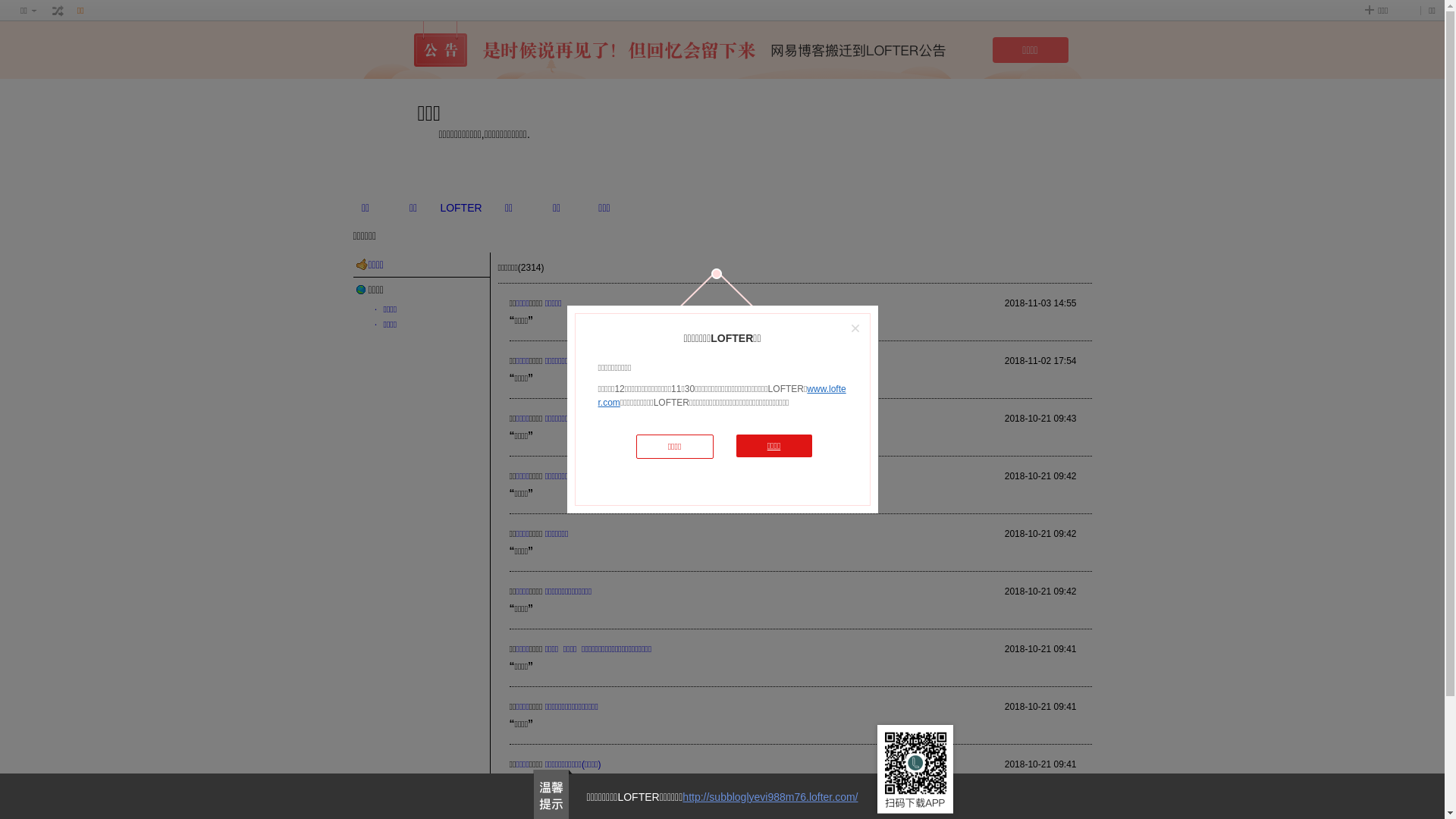 The height and width of the screenshot is (819, 1456). I want to click on 'LOFTER', so click(460, 207).